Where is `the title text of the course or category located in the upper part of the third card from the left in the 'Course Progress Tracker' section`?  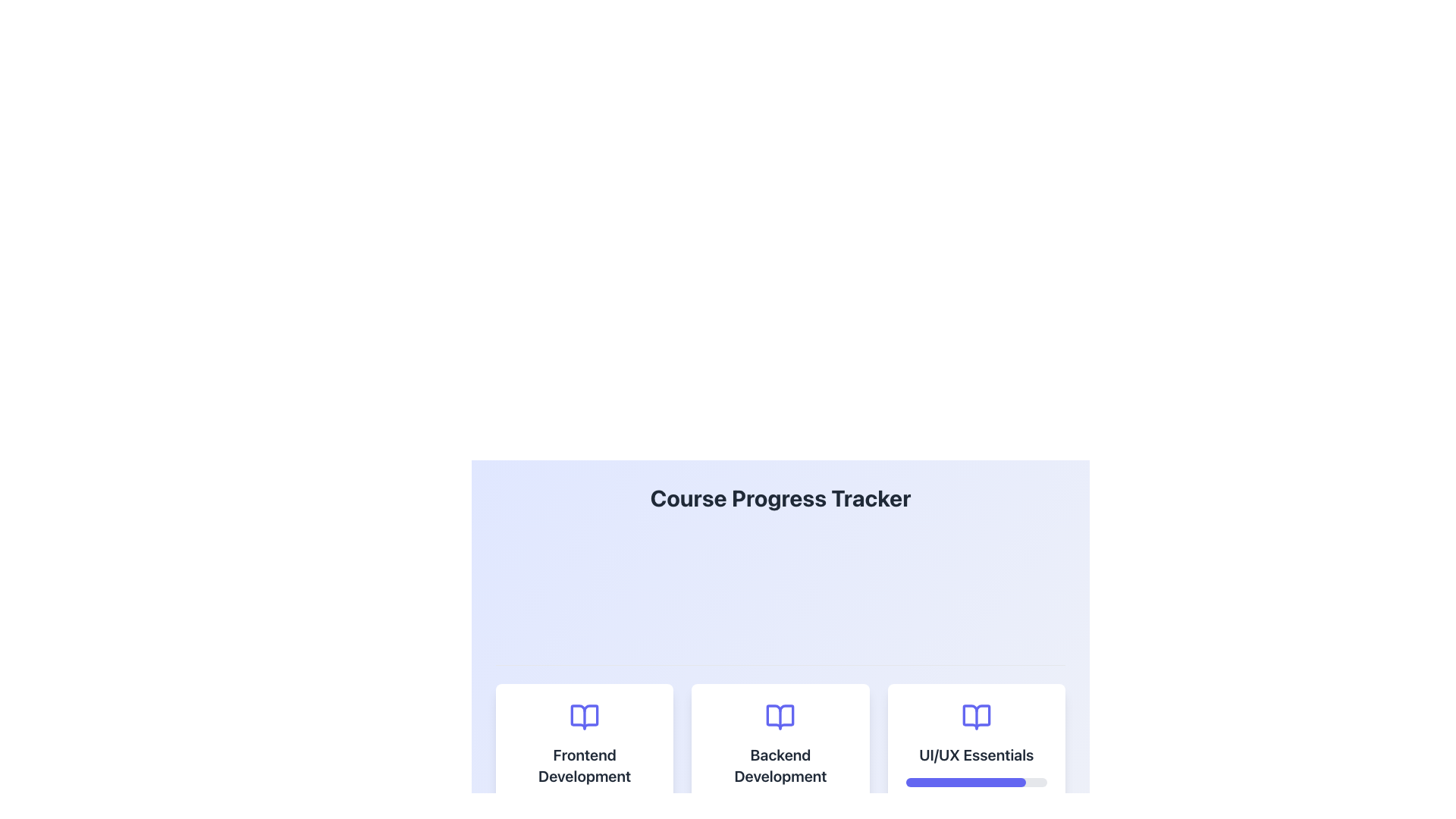
the title text of the course or category located in the upper part of the third card from the left in the 'Course Progress Tracker' section is located at coordinates (976, 755).